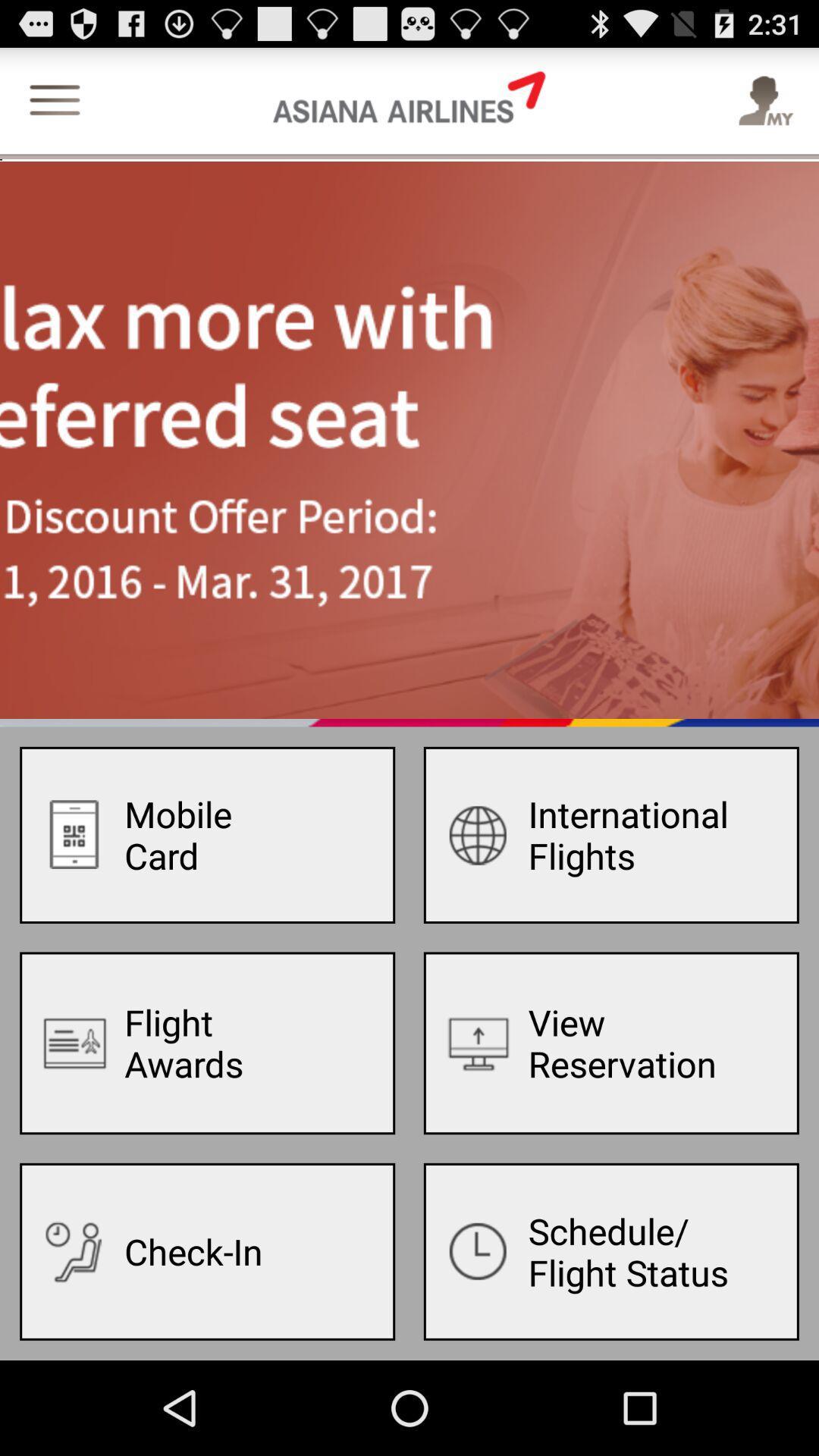  I want to click on the menu icon, so click(54, 109).